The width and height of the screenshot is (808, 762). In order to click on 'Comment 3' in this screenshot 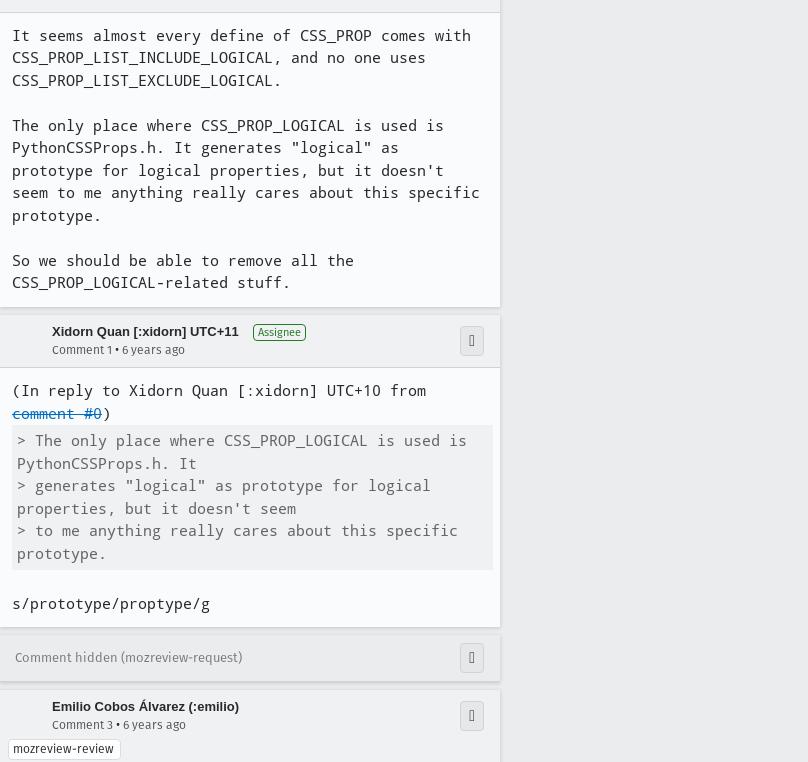, I will do `click(52, 724)`.